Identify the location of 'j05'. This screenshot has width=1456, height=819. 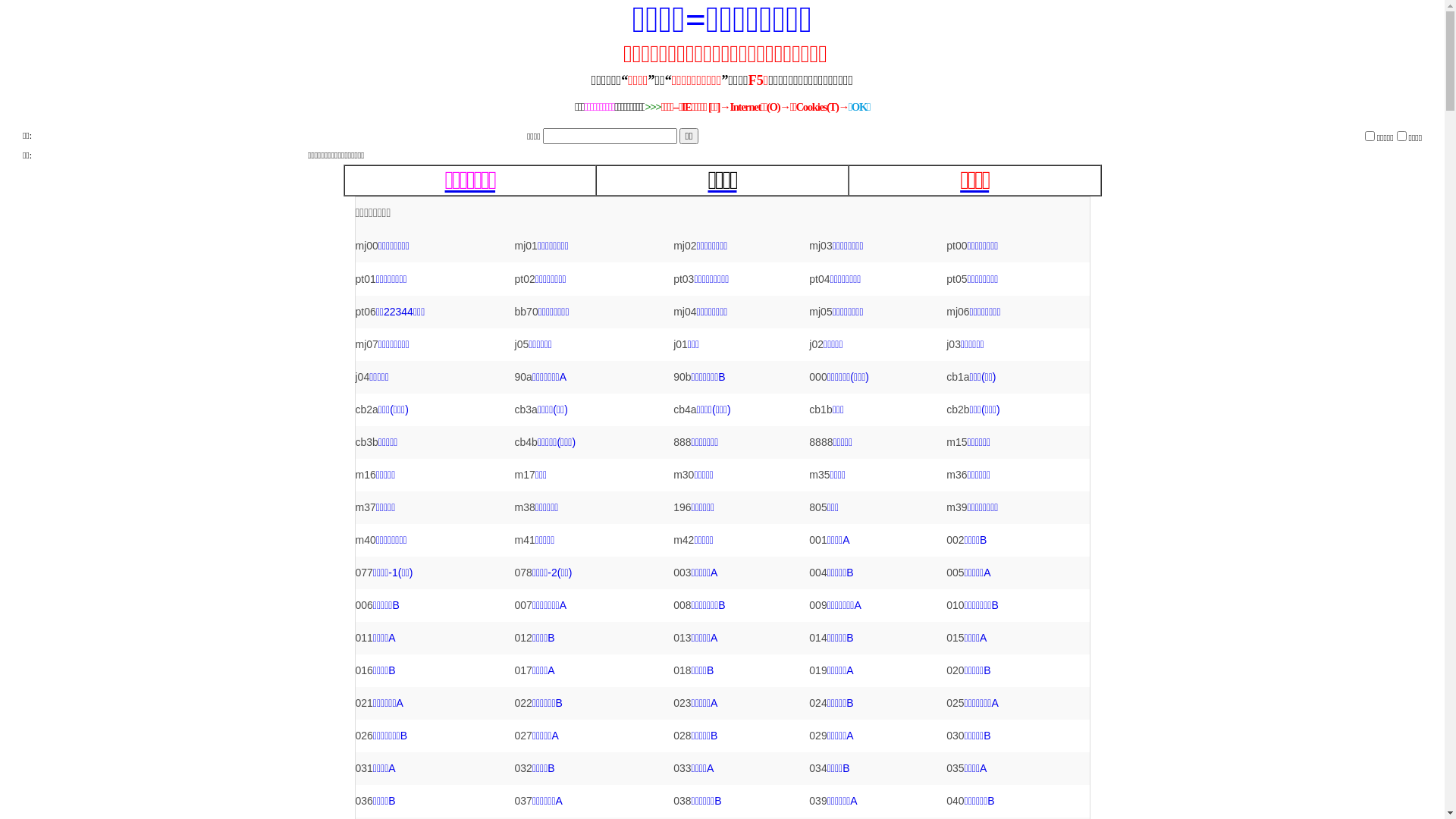
(522, 344).